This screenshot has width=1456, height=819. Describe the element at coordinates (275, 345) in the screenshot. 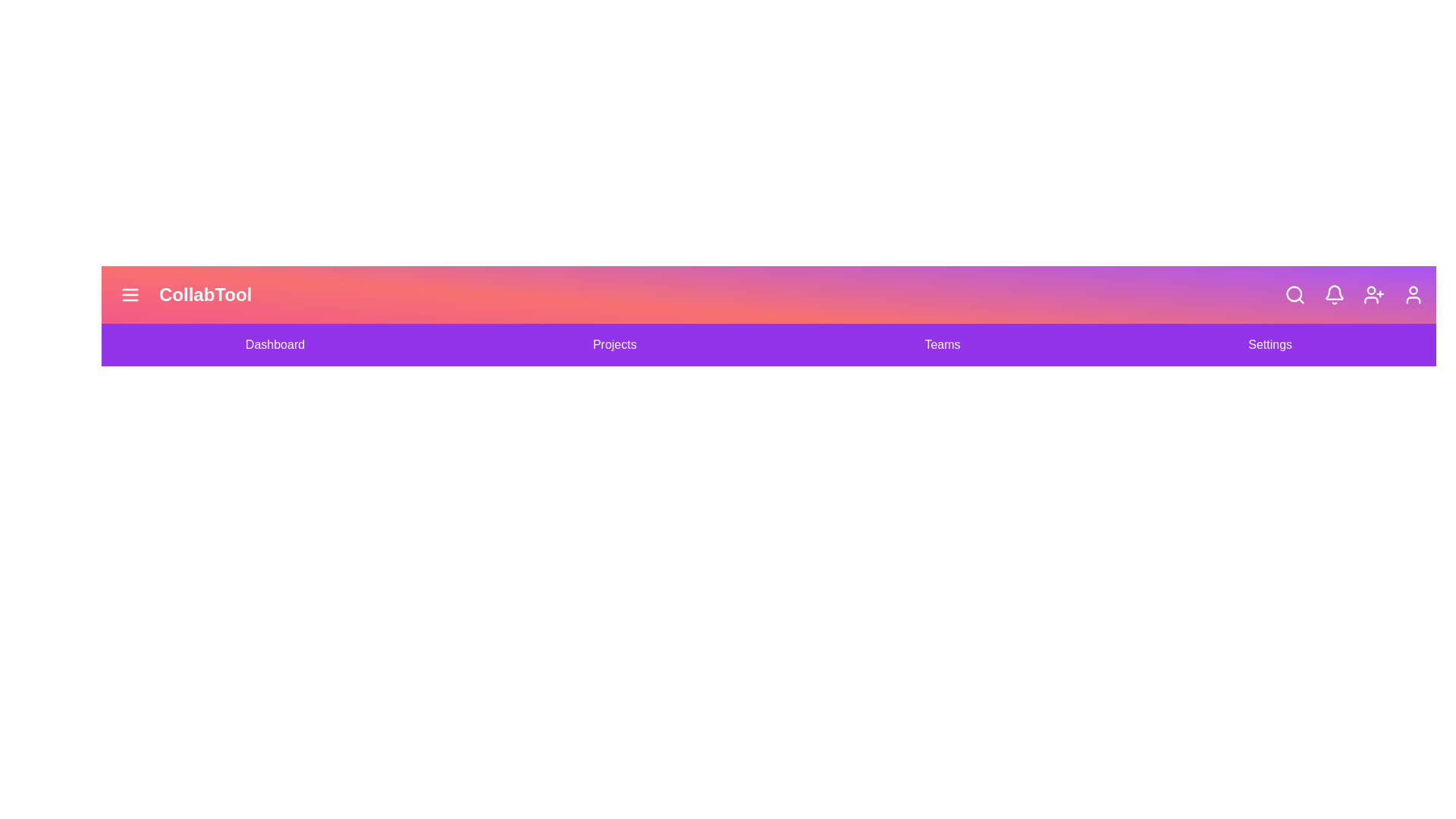

I see `the navigation link Dashboard` at that location.